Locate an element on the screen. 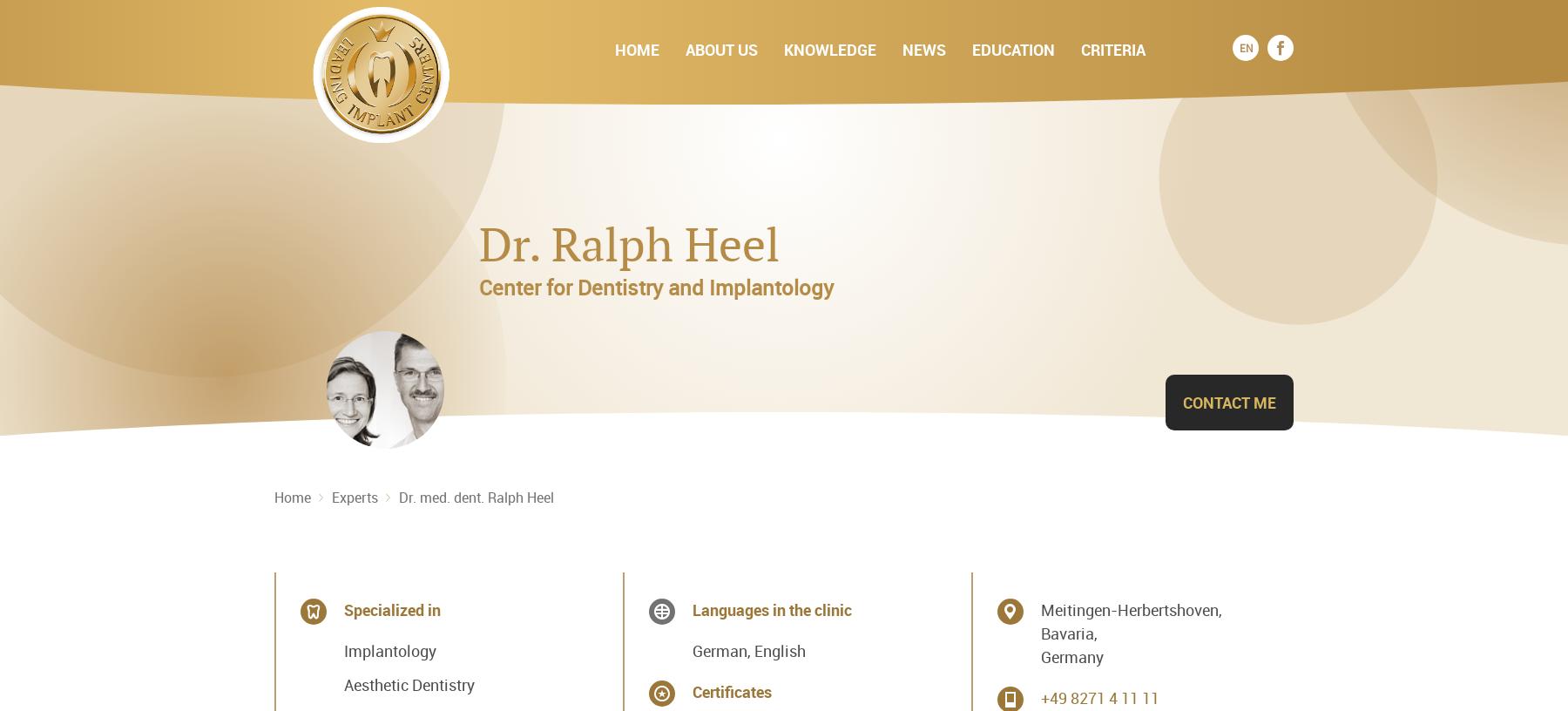  'Center for Dentistry and Implantology' is located at coordinates (655, 287).